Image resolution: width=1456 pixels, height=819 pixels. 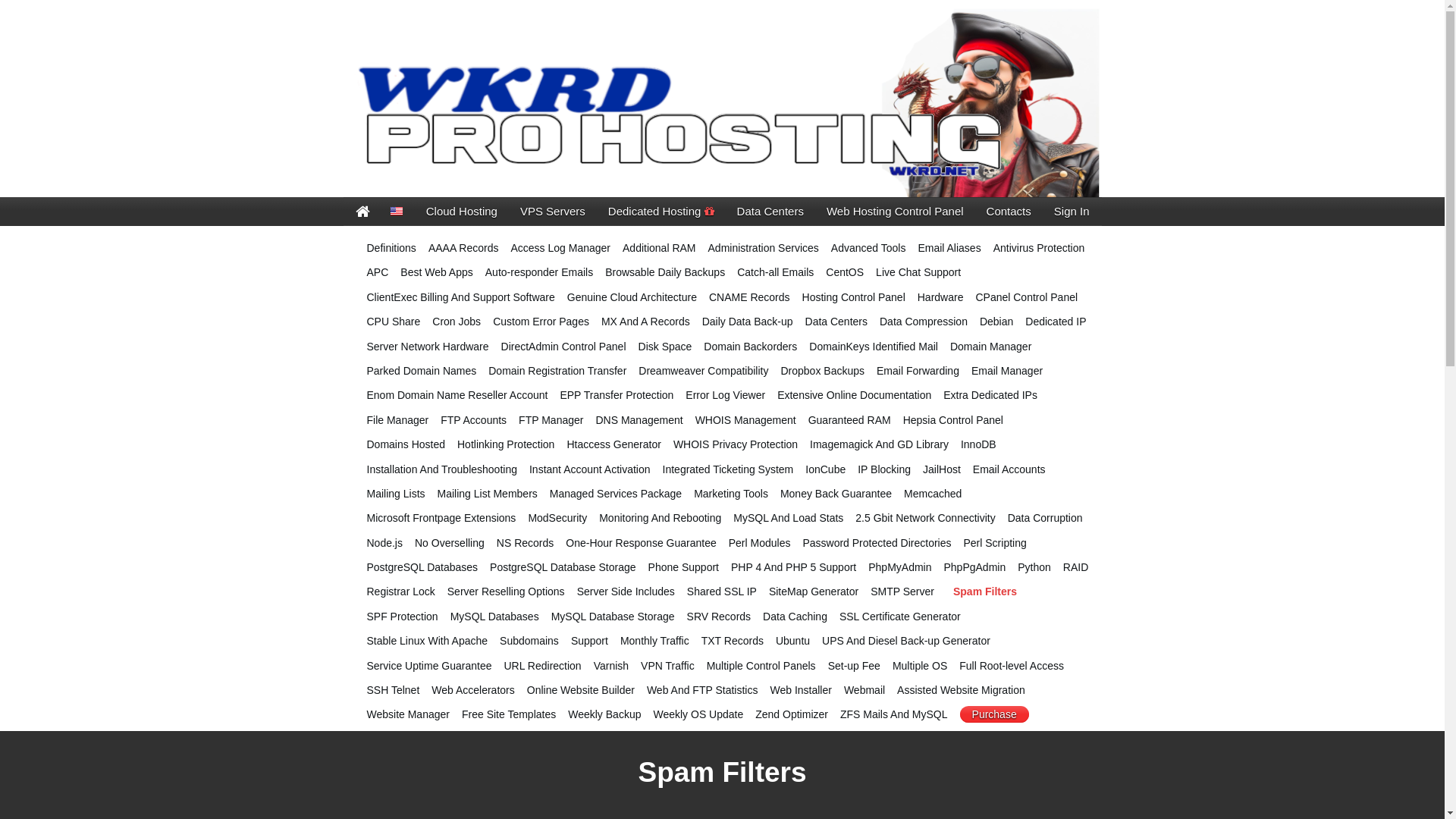 I want to click on 'Perl Modules', so click(x=760, y=542).